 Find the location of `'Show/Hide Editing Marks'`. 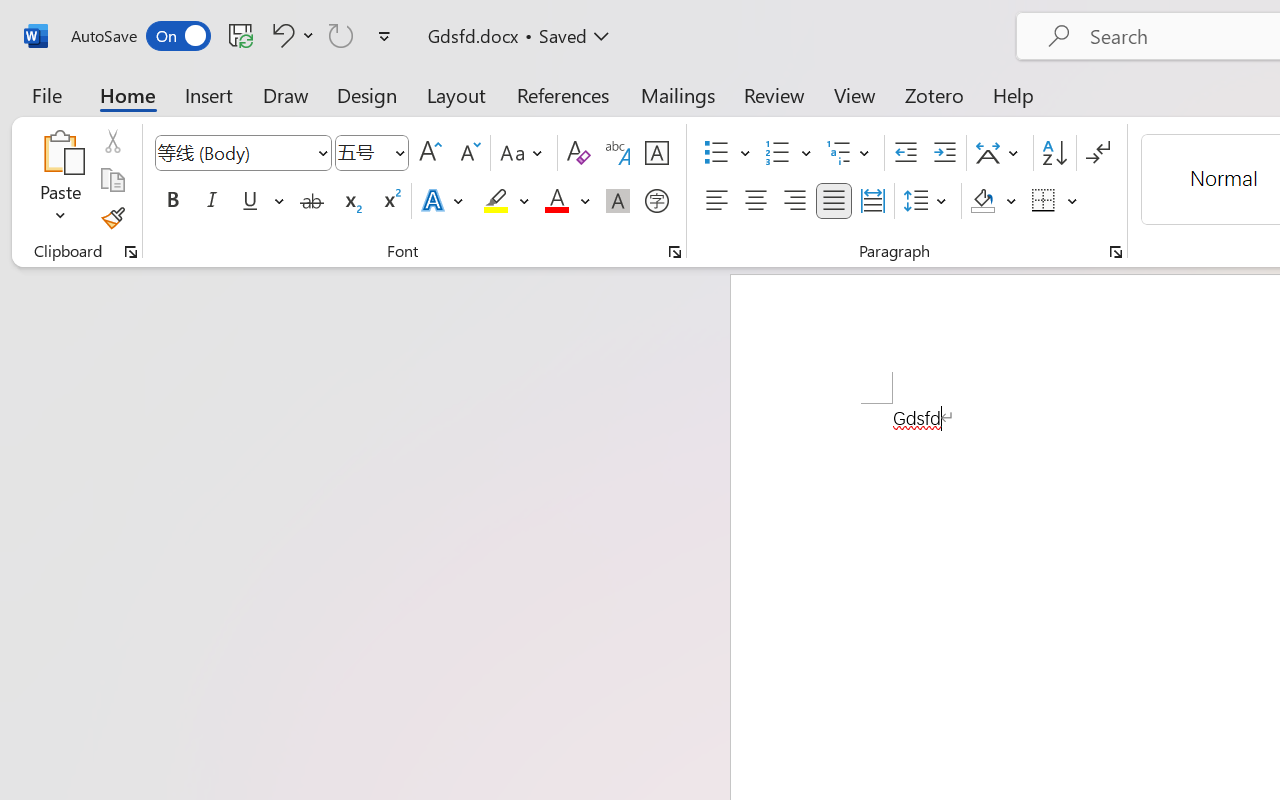

'Show/Hide Editing Marks' is located at coordinates (1097, 153).